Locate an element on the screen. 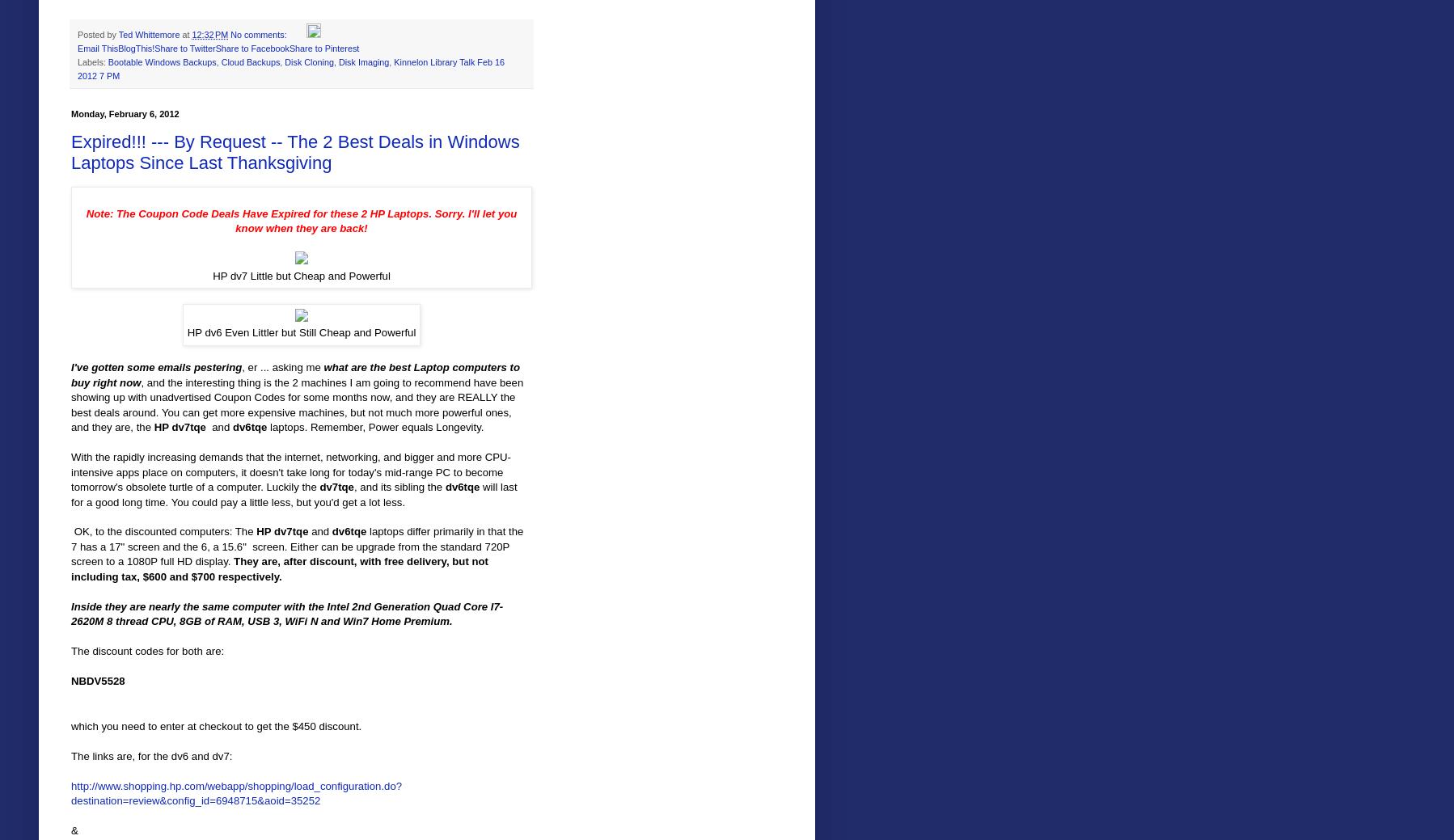 The width and height of the screenshot is (1454, 840). 'will last for a good long time. You could pay a little less, but you'd get a lot less.' is located at coordinates (293, 494).